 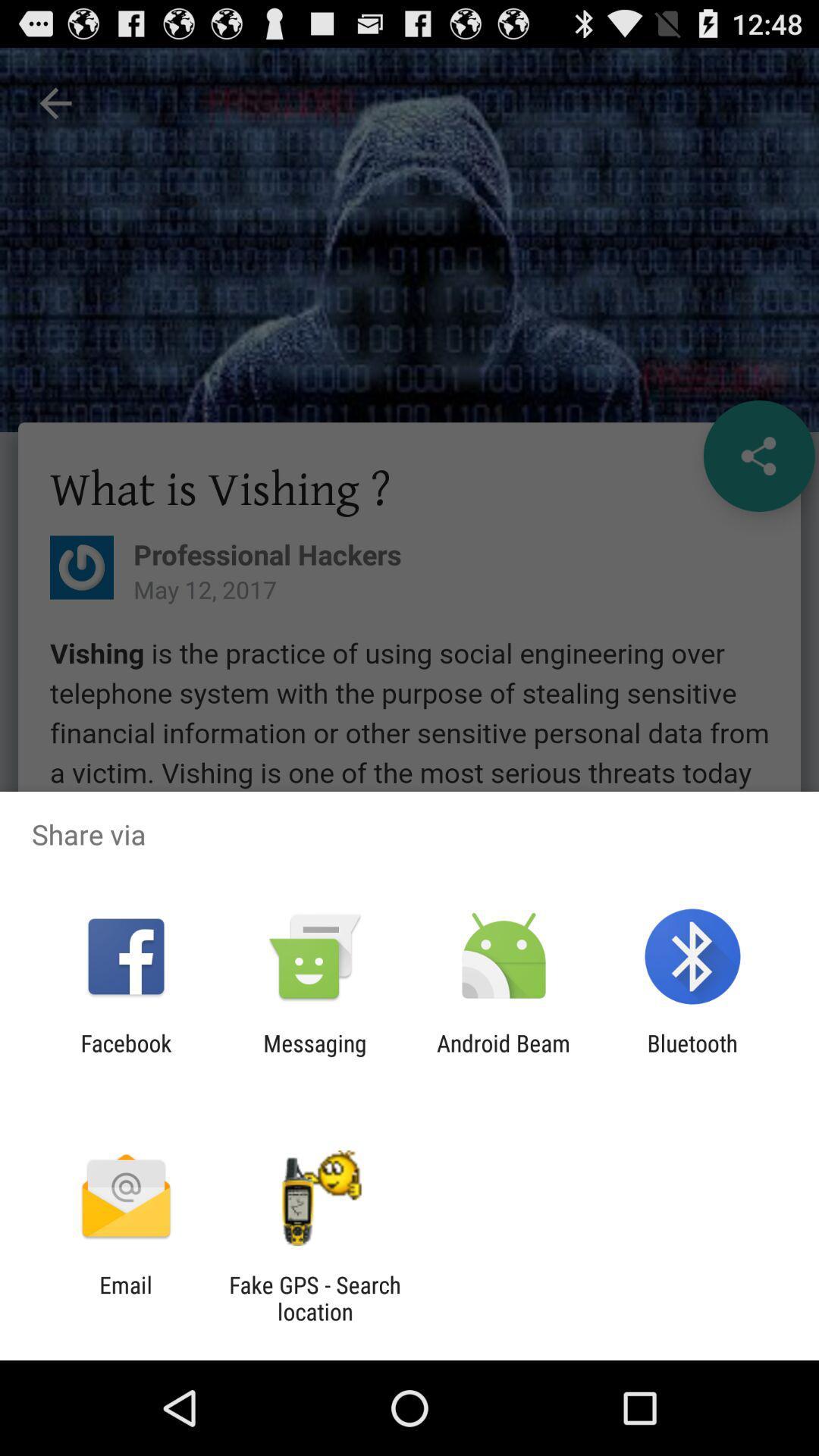 I want to click on icon next to fake gps search app, so click(x=125, y=1298).